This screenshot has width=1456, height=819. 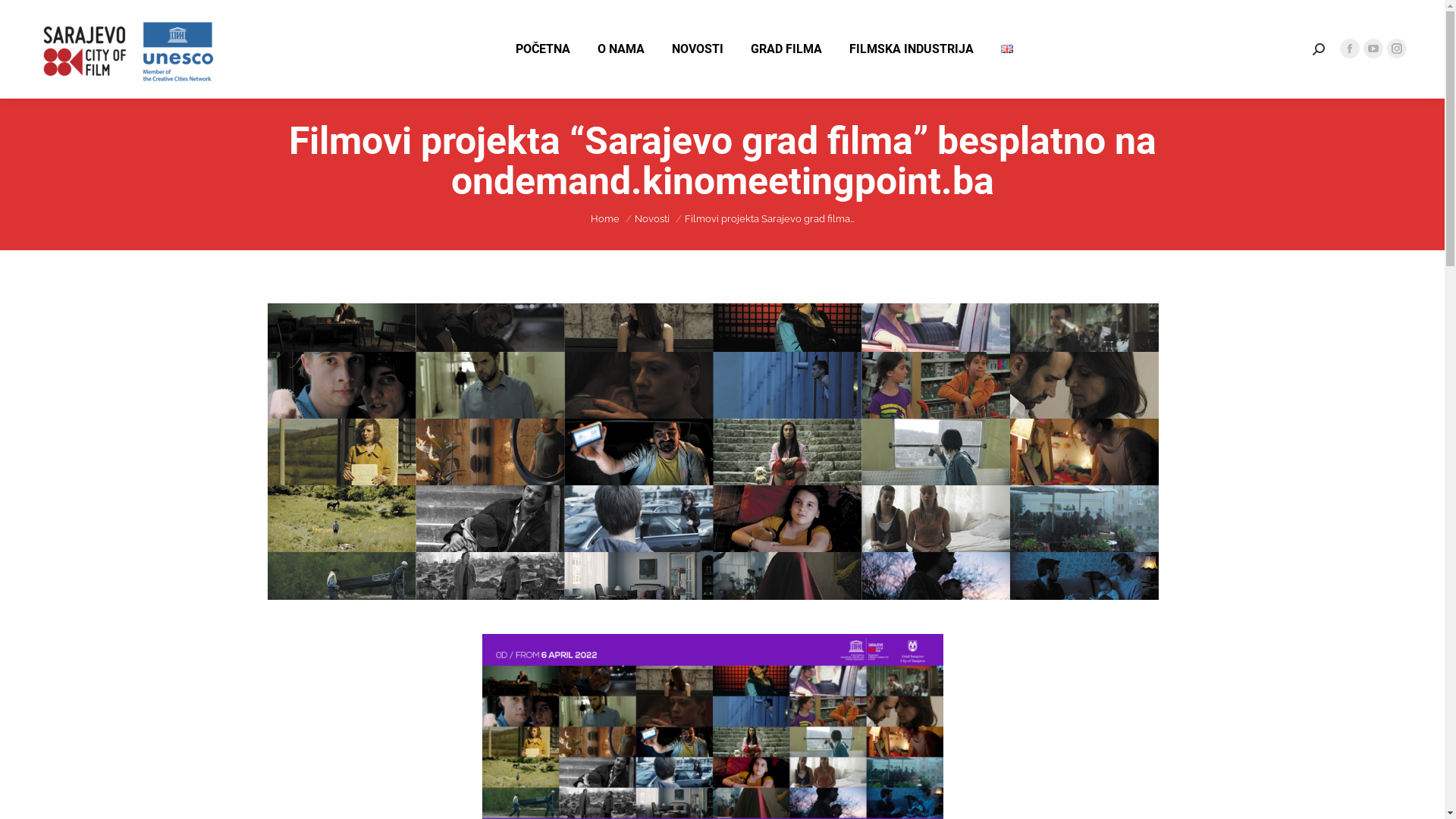 I want to click on 'NOVOSTI', so click(x=697, y=49).